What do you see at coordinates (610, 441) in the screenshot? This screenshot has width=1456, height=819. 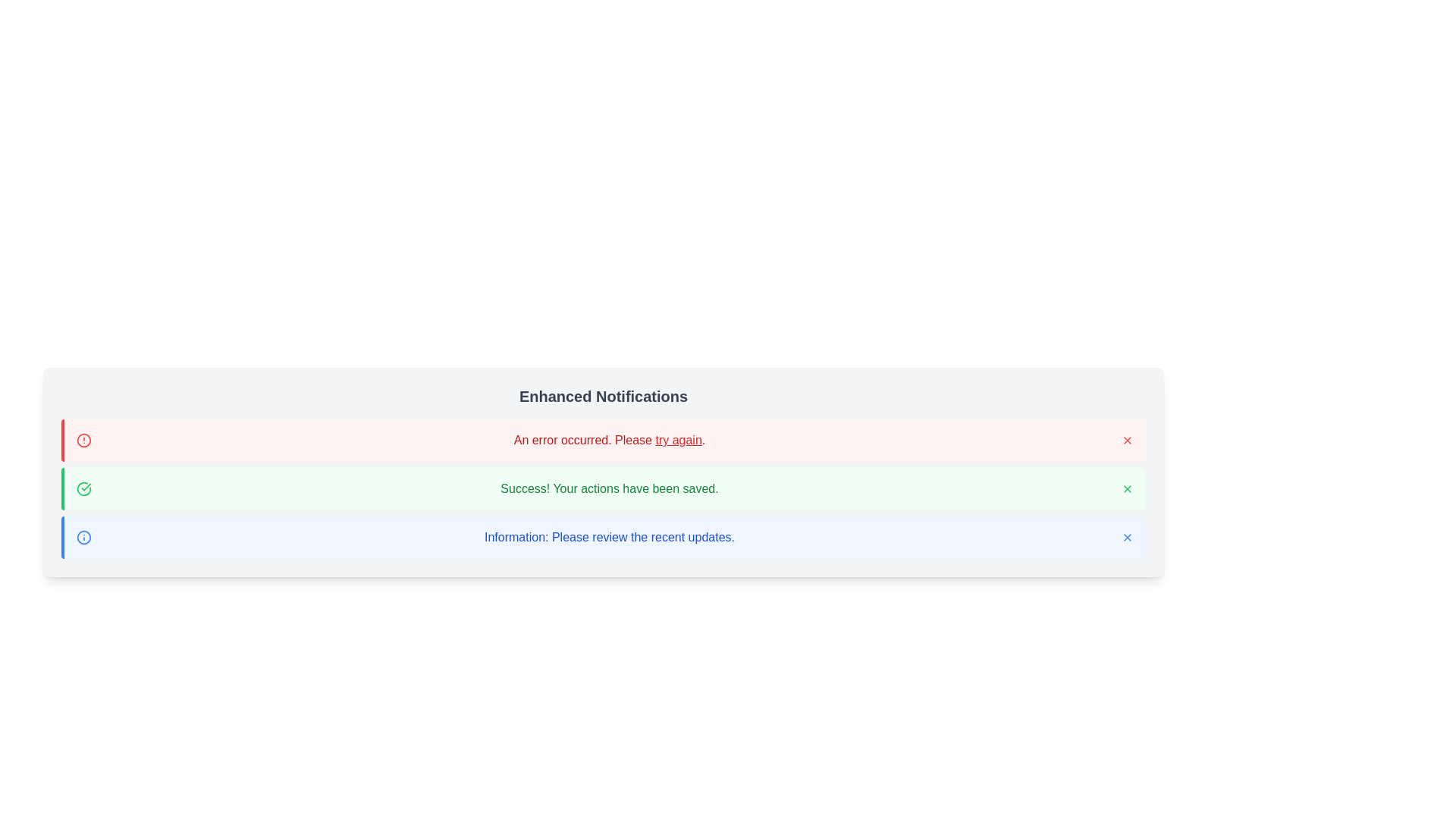 I see `error message displayed in the notification located at the top of the notifications set, just below the header text` at bounding box center [610, 441].